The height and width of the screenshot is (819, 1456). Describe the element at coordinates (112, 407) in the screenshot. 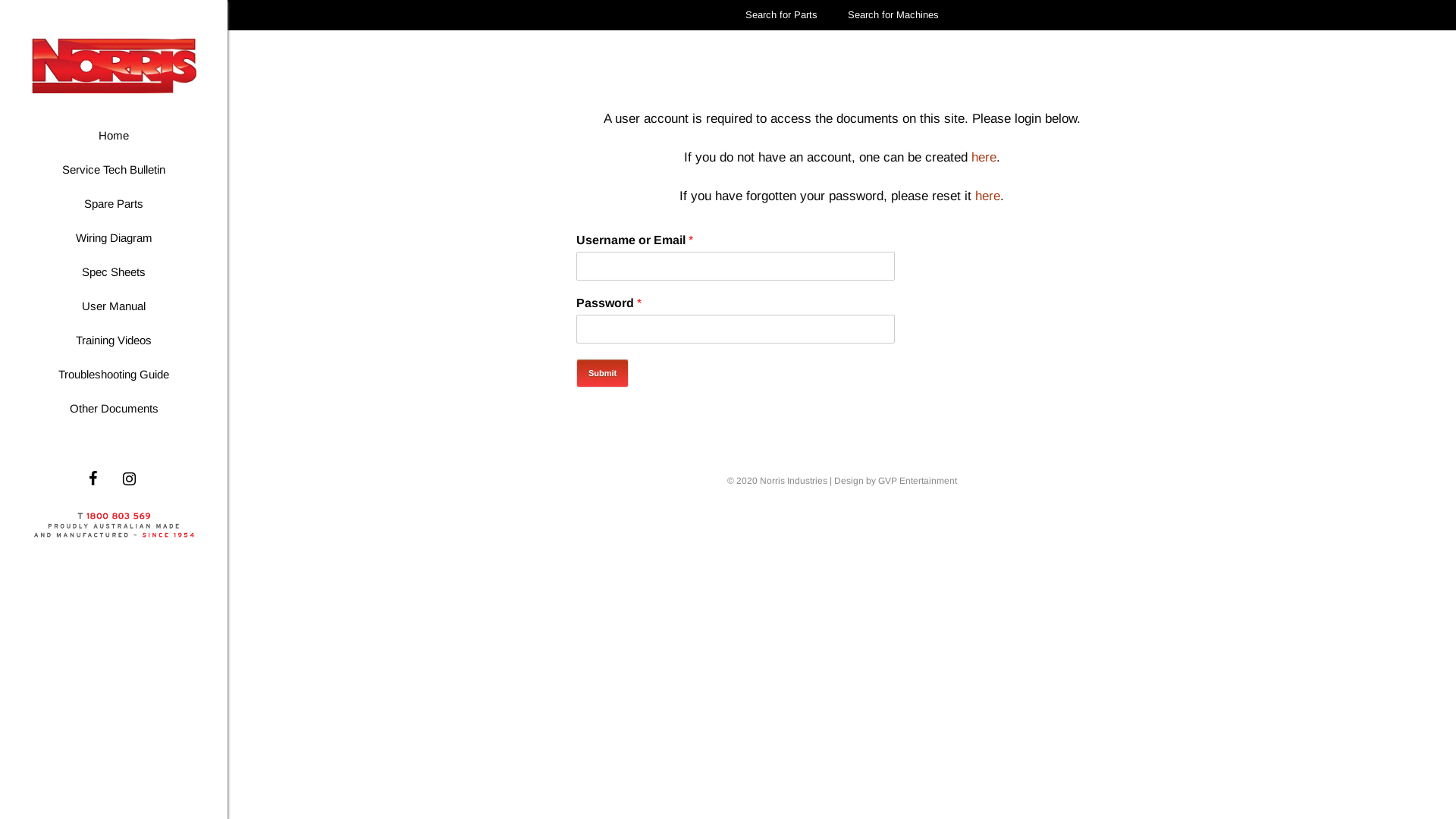

I see `'Other Documents'` at that location.